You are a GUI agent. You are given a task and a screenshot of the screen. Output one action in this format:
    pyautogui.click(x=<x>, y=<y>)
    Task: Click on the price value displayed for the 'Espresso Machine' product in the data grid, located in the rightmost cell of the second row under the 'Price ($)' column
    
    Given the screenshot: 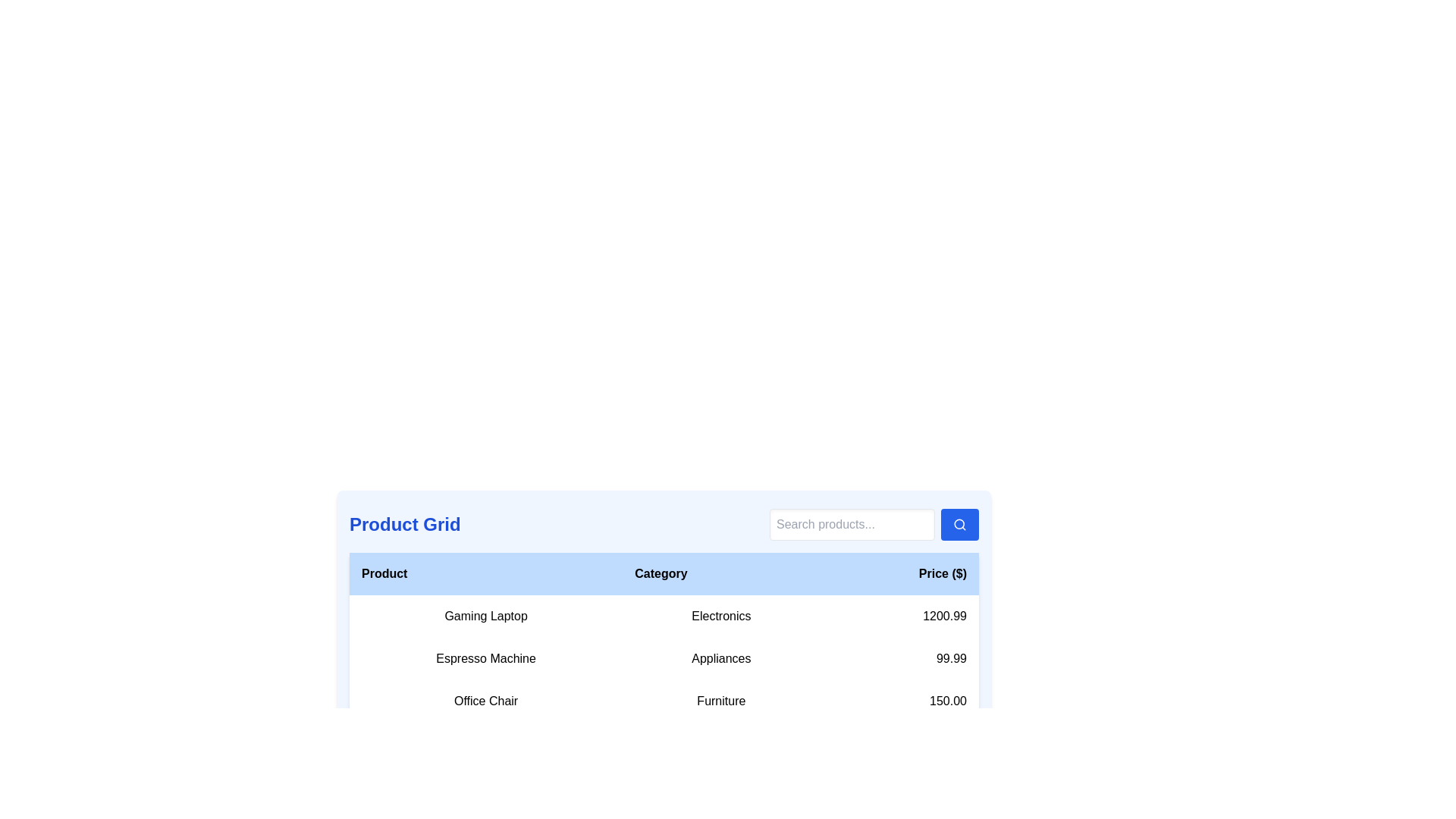 What is the action you would take?
    pyautogui.click(x=899, y=657)
    